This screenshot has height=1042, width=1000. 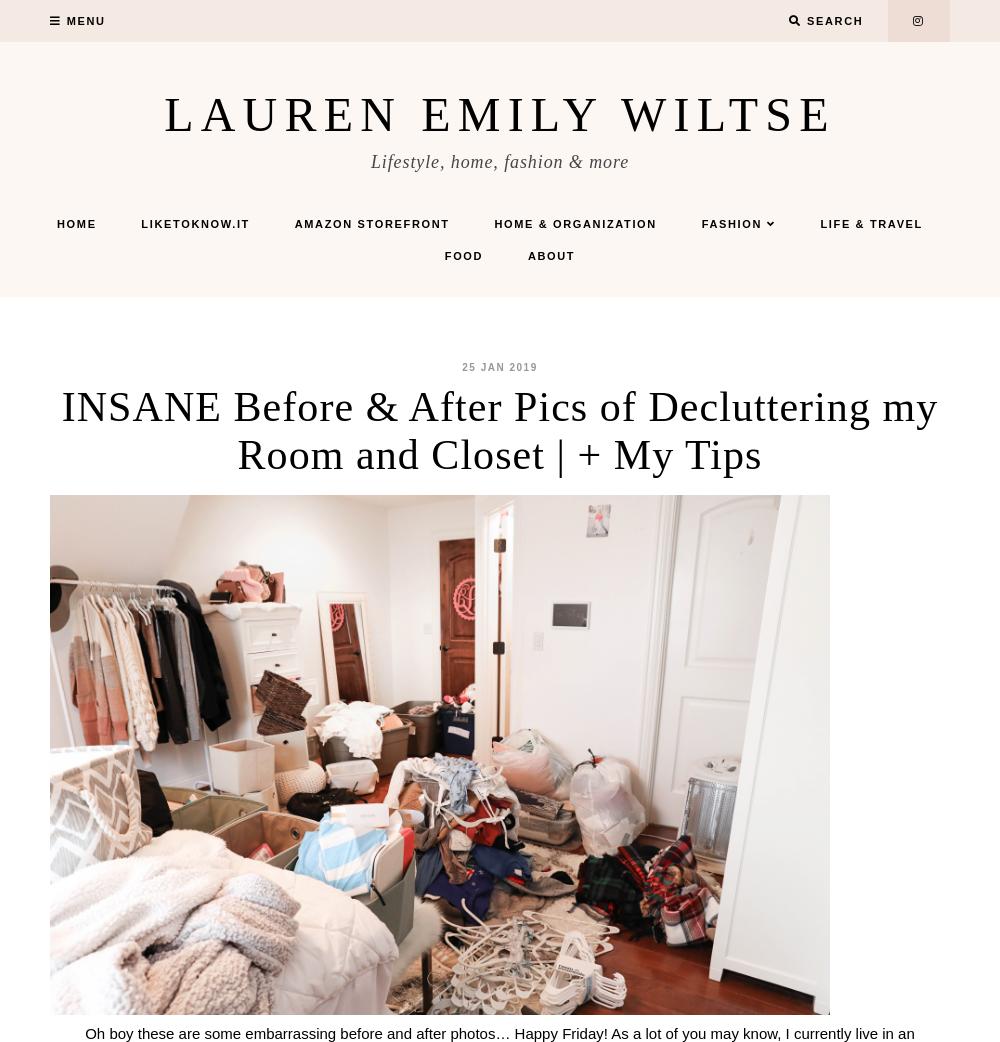 I want to click on 'Home & Organization', so click(x=574, y=223).